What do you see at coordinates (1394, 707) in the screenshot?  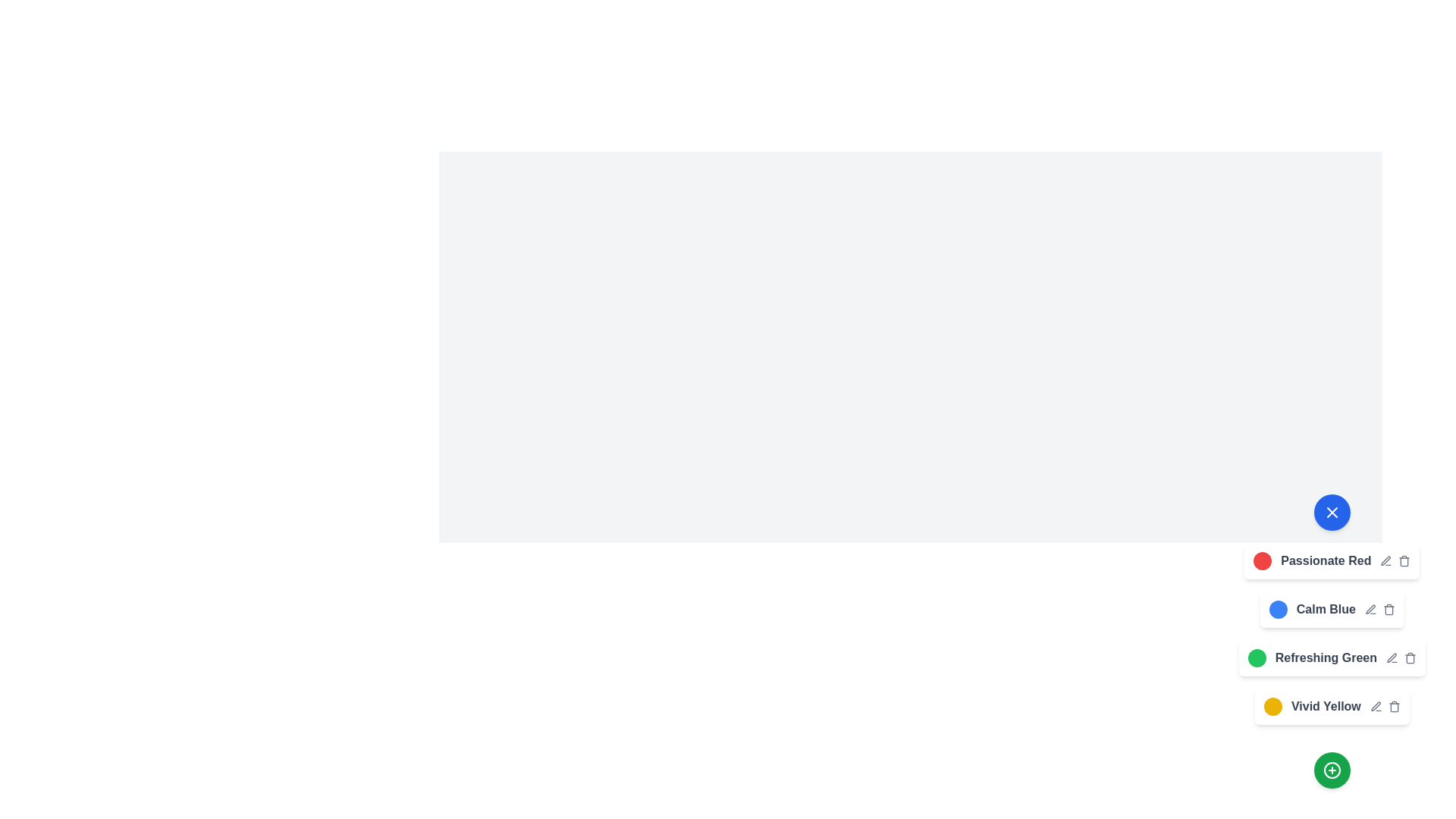 I see `the trash icon to delete the color theme Vivid Yellow` at bounding box center [1394, 707].